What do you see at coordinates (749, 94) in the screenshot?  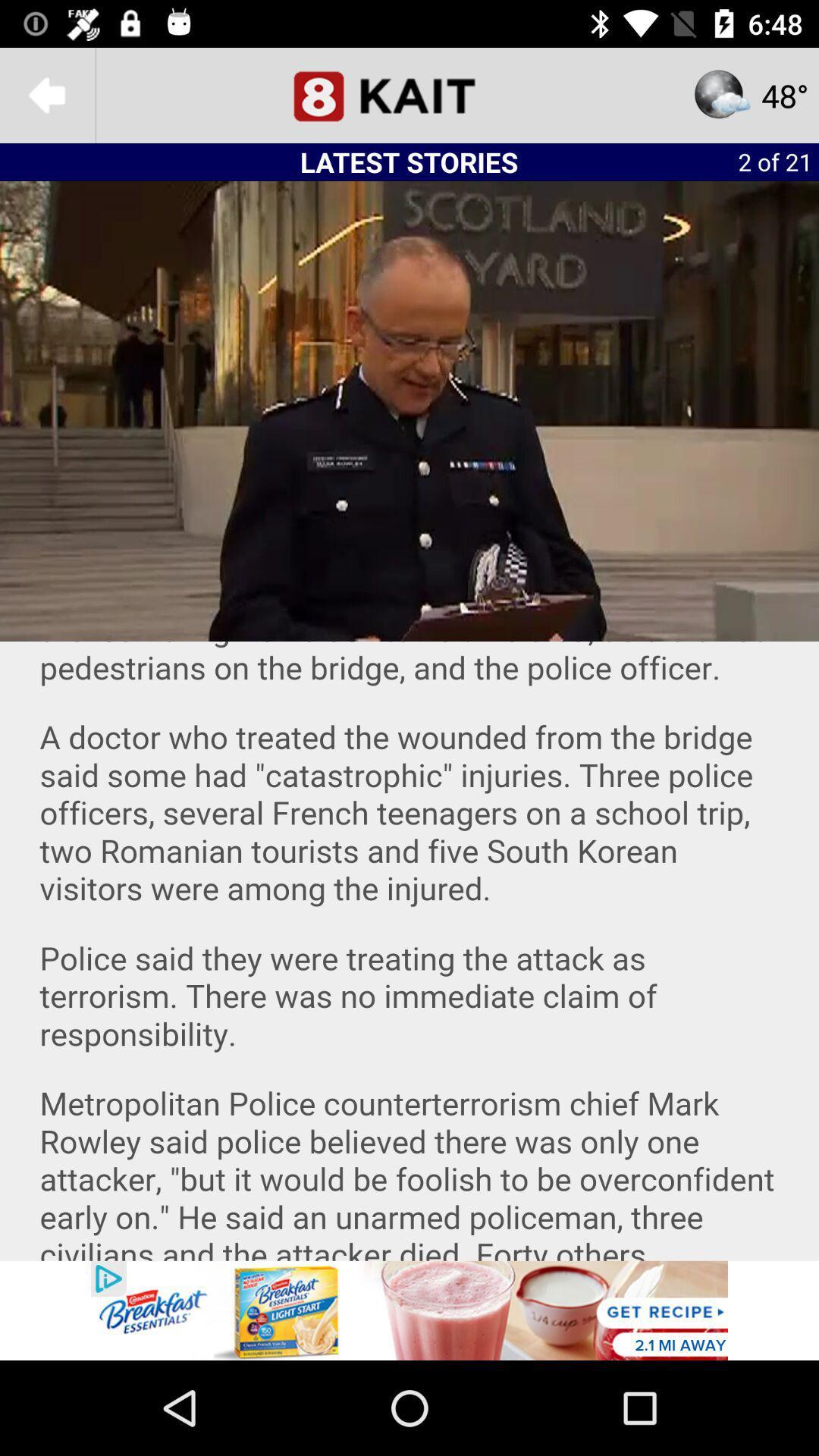 I see `the star icon` at bounding box center [749, 94].